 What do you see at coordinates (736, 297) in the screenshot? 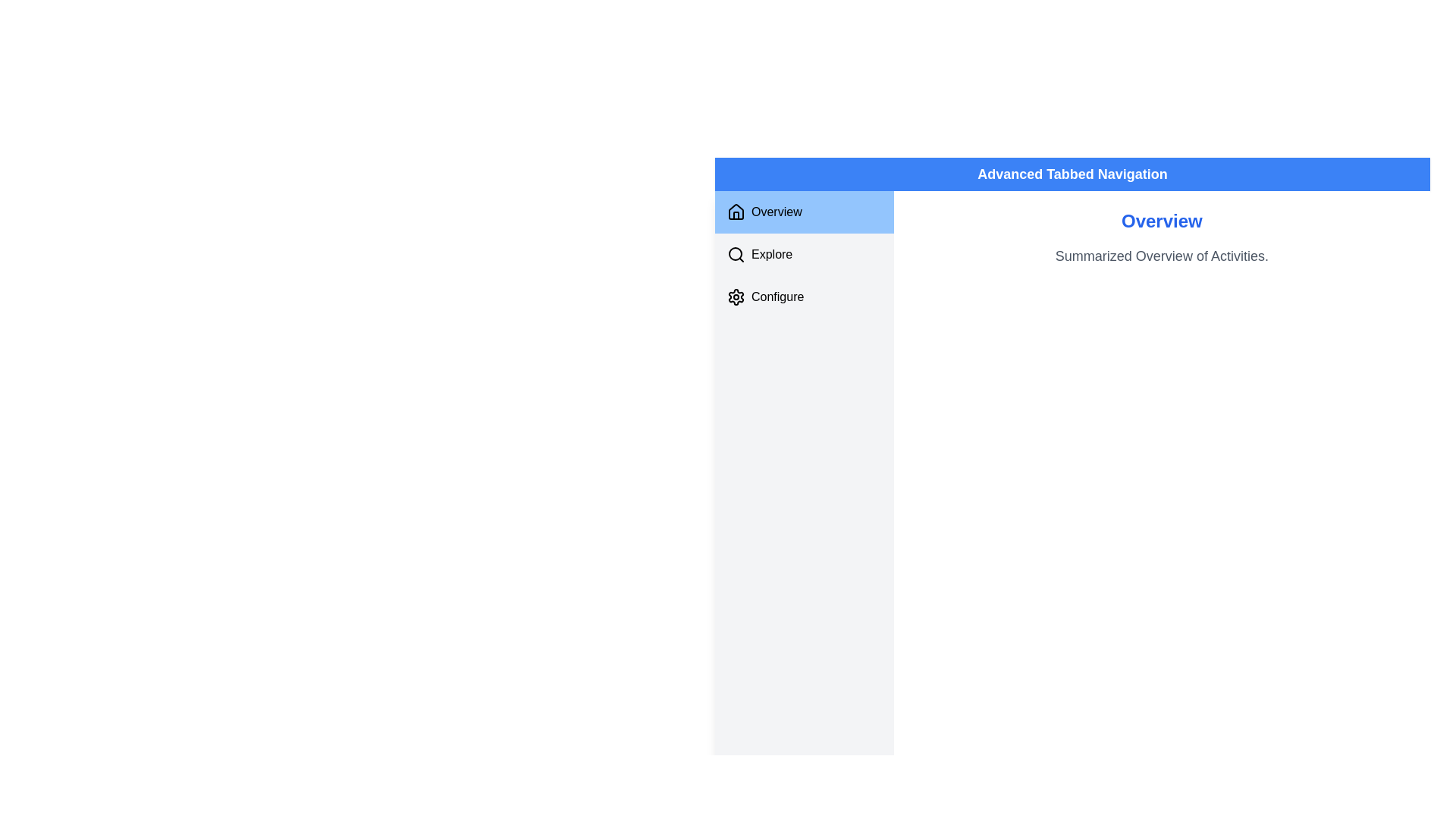
I see `the gear icon representing settings, which is part of the 'Configure' text label in the sidebar menu` at bounding box center [736, 297].